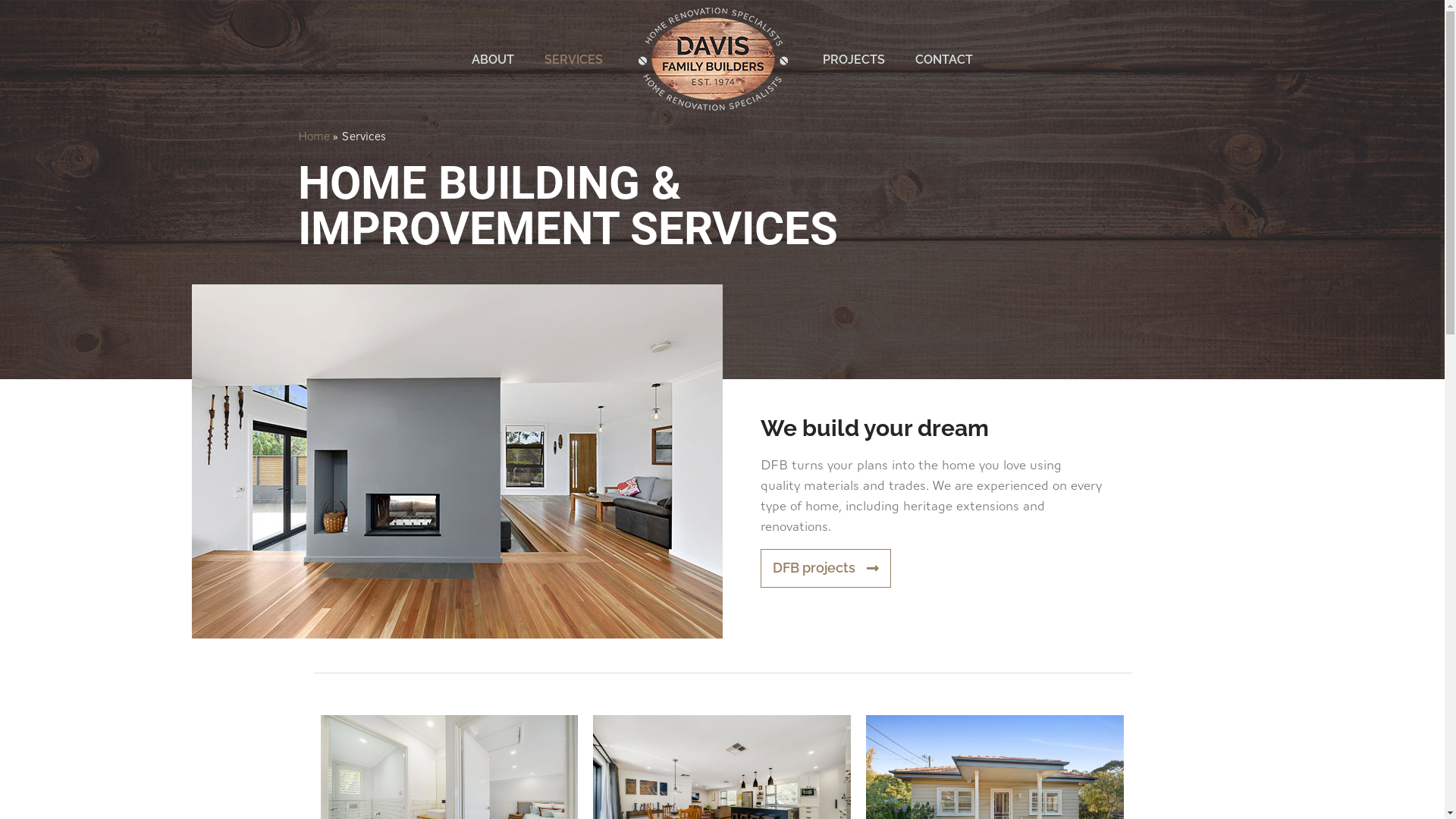 The height and width of the screenshot is (819, 1456). What do you see at coordinates (312, 136) in the screenshot?
I see `'Home'` at bounding box center [312, 136].